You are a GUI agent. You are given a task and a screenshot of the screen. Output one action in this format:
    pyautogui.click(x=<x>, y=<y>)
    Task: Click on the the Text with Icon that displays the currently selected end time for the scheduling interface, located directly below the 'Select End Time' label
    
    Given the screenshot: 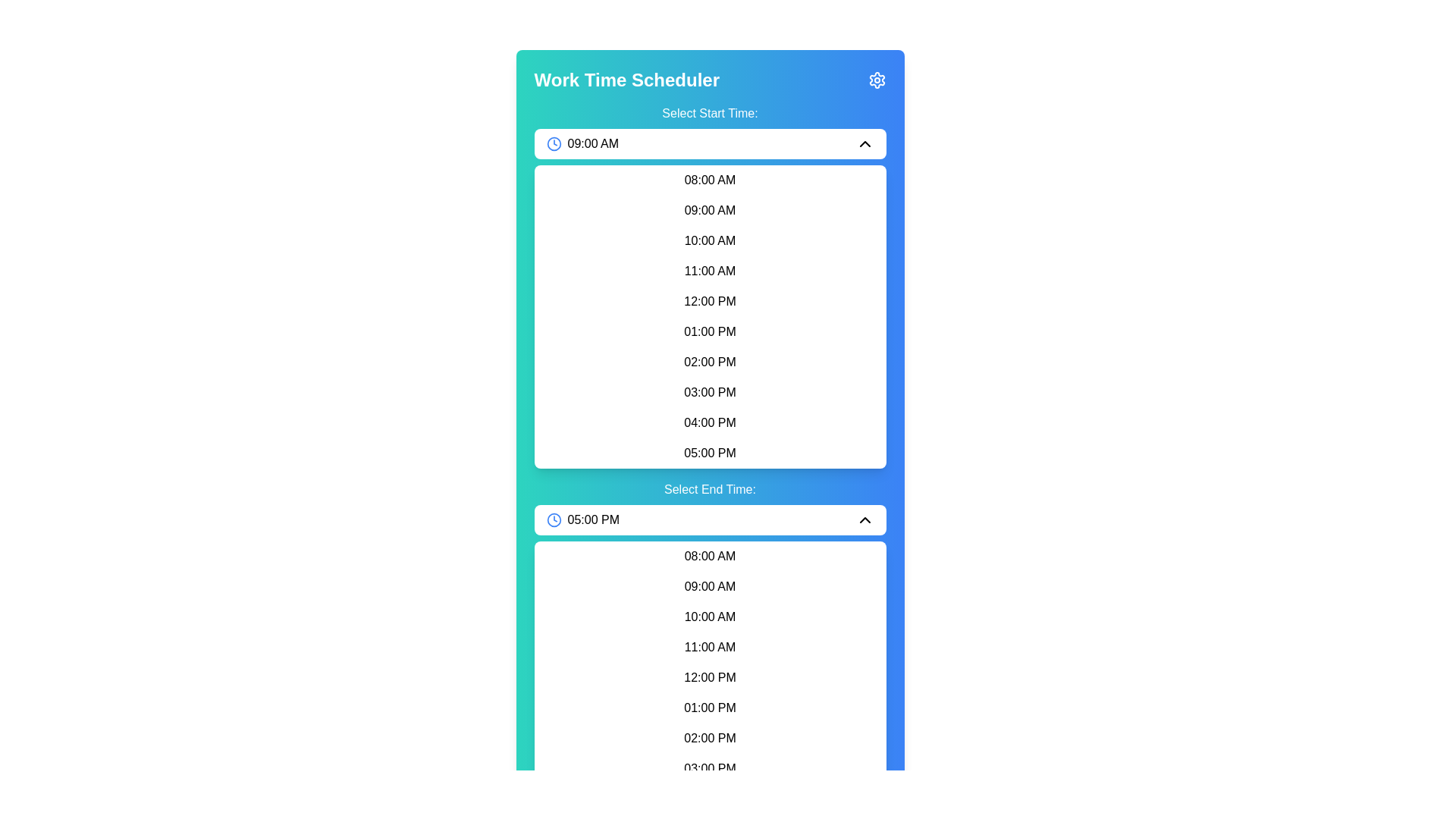 What is the action you would take?
    pyautogui.click(x=582, y=519)
    